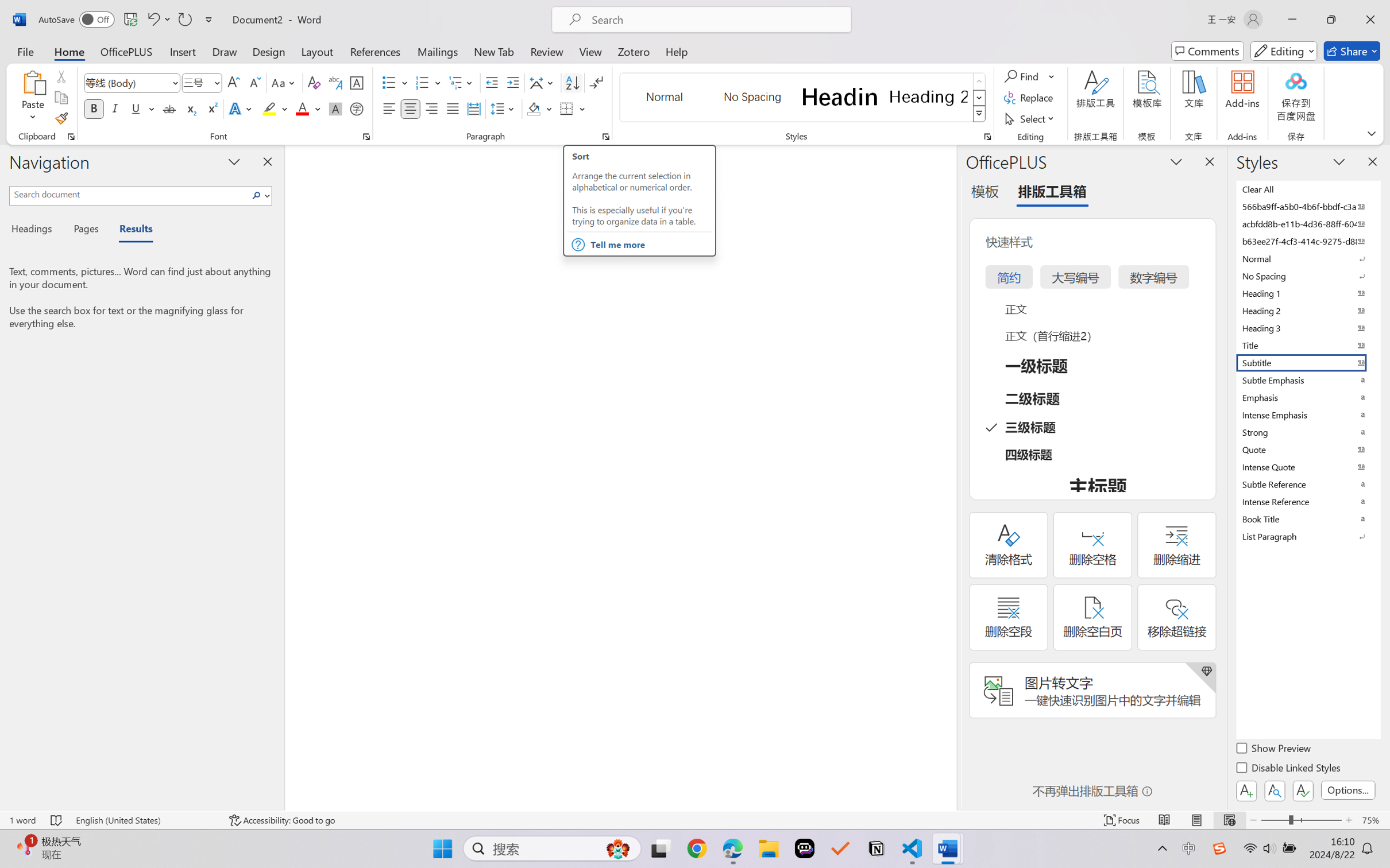 The width and height of the screenshot is (1390, 868). What do you see at coordinates (308, 108) in the screenshot?
I see `'Font Color'` at bounding box center [308, 108].